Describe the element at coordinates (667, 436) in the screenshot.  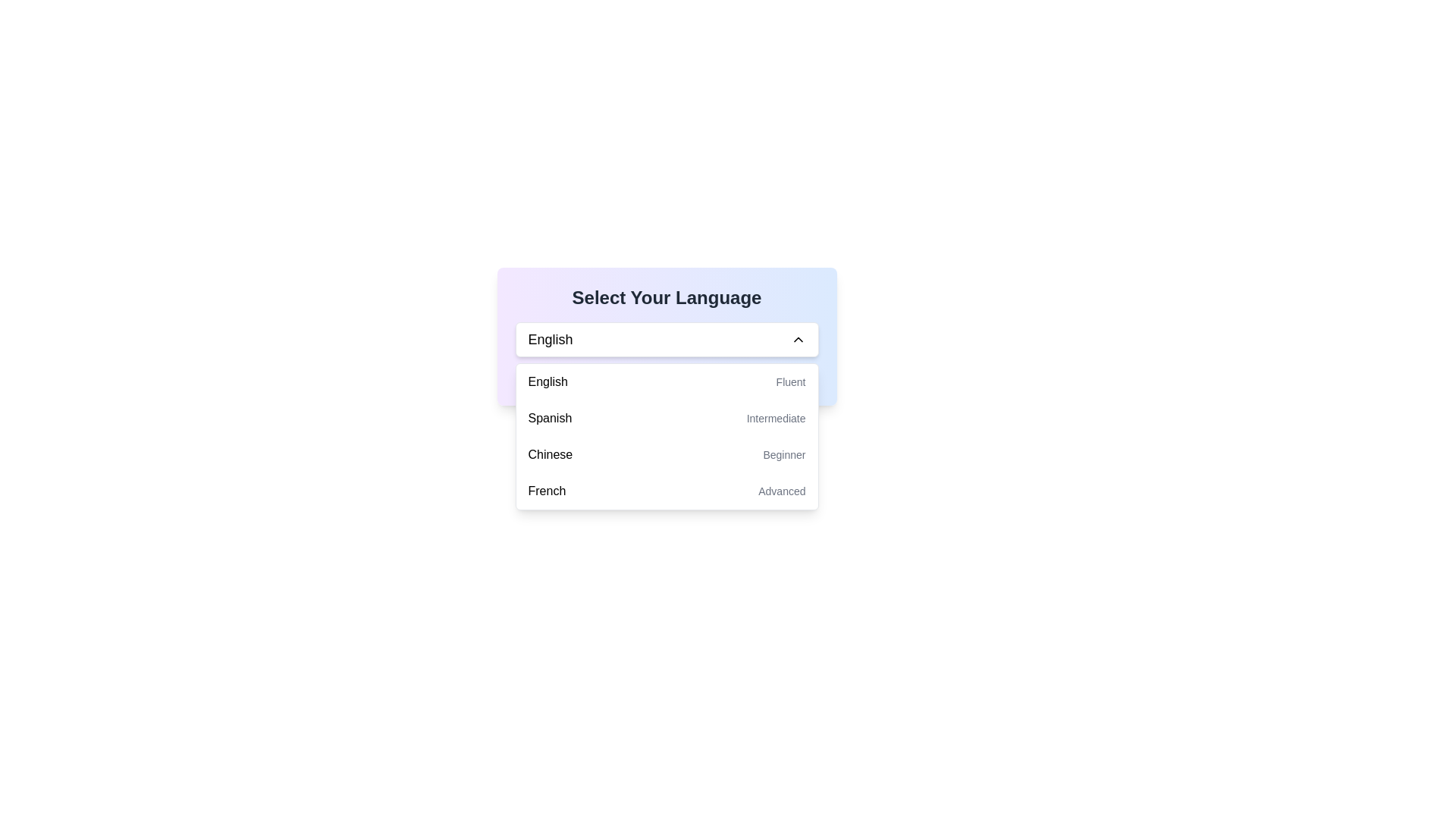
I see `the dropdown list located below the 'English' dropdown button` at that location.